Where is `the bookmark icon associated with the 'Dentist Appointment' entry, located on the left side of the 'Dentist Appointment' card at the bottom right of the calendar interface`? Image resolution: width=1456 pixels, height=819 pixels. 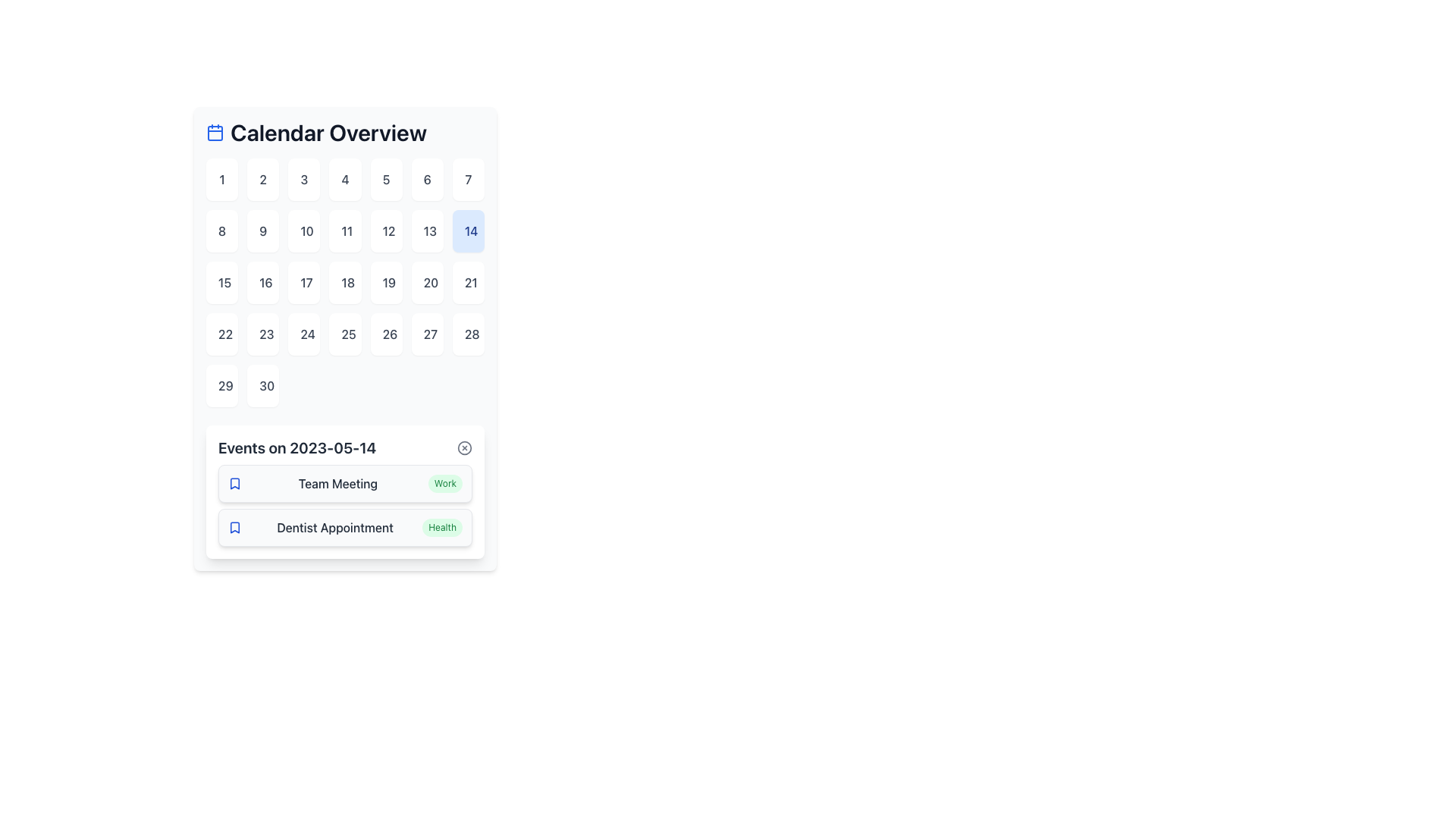
the bookmark icon associated with the 'Dentist Appointment' entry, located on the left side of the 'Dentist Appointment' card at the bottom right of the calendar interface is located at coordinates (234, 526).